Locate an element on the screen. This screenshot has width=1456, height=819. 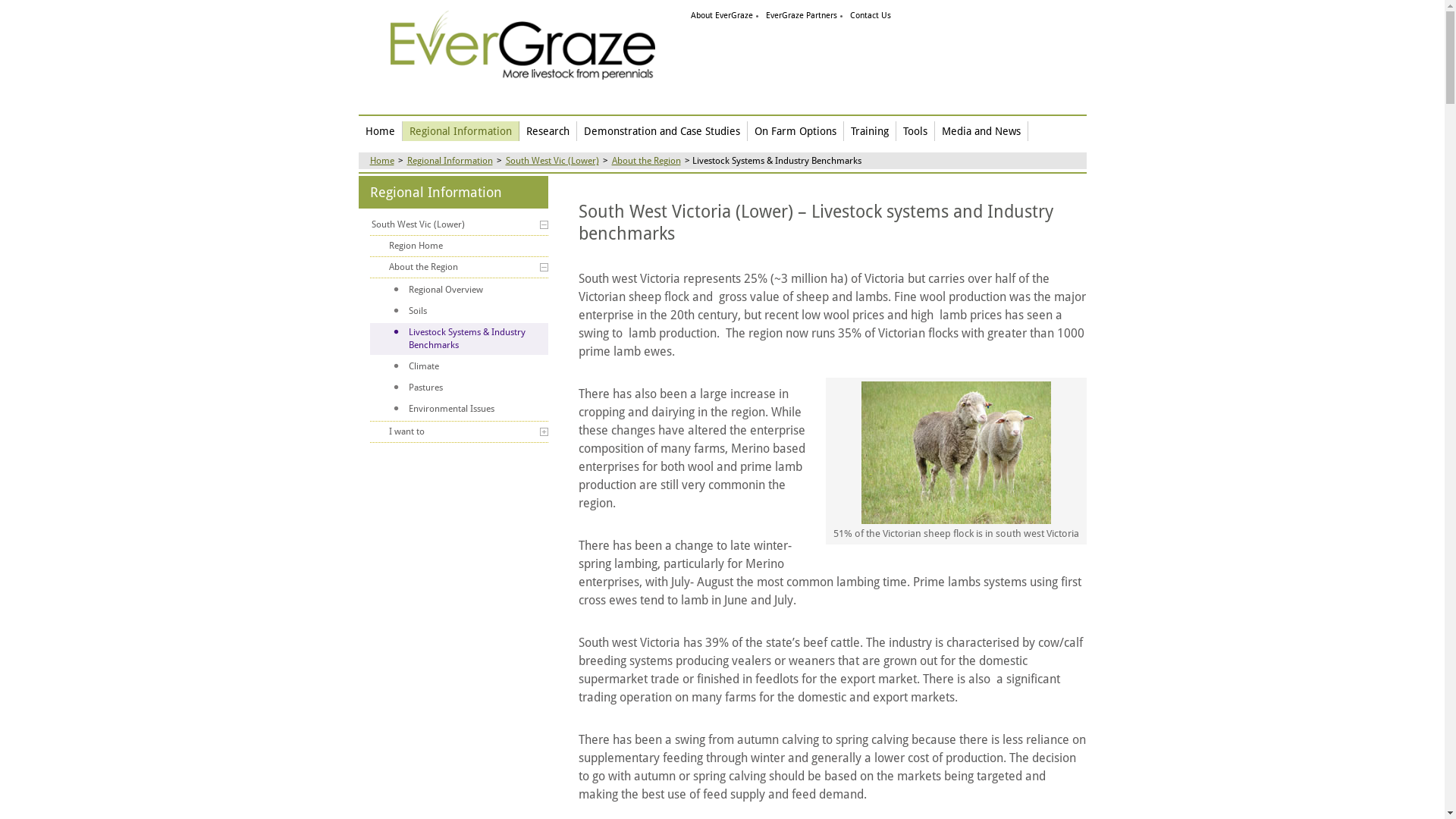
'South West Vic (Lower)' is located at coordinates (458, 224).